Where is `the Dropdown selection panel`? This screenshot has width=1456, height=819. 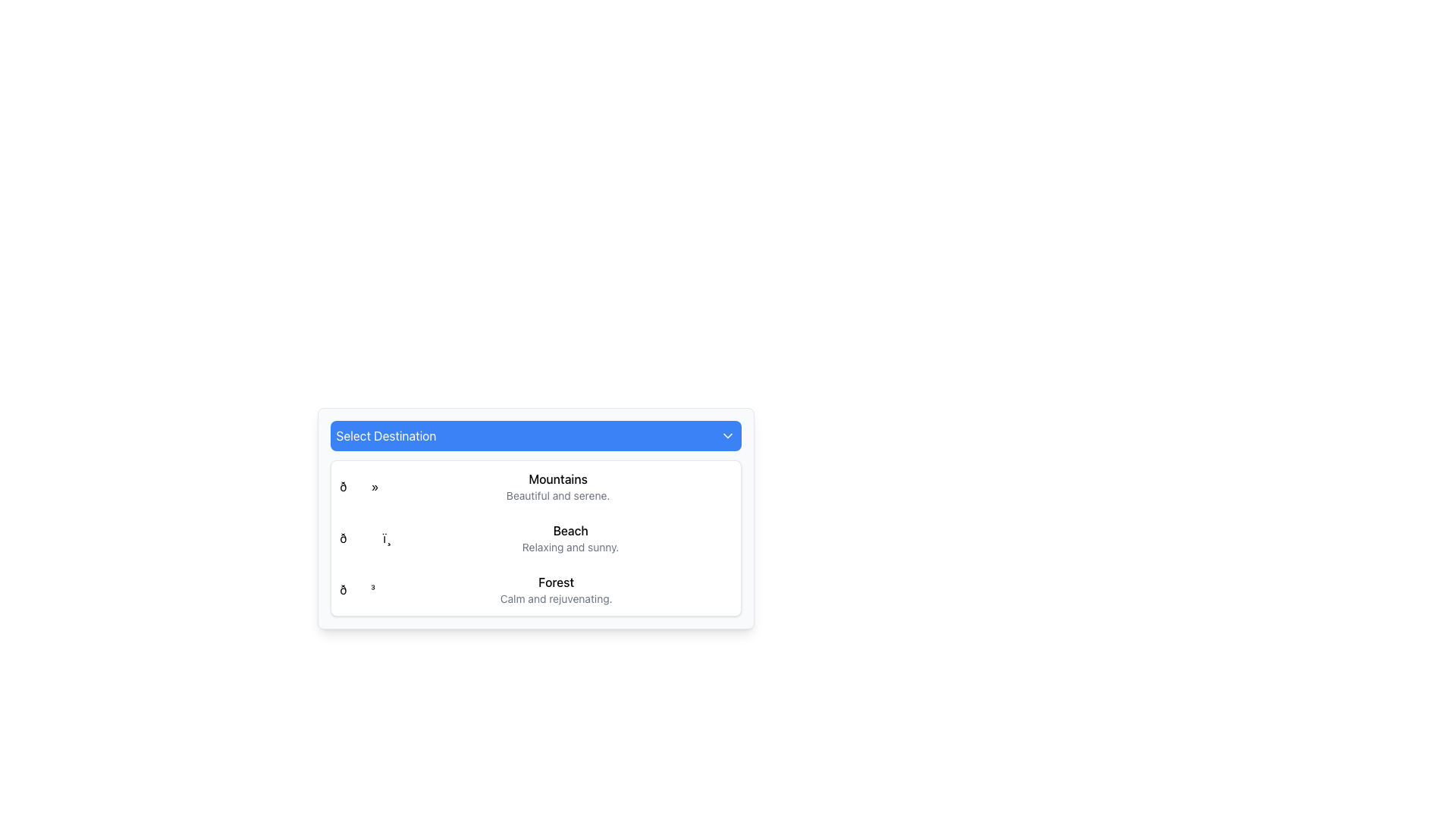
the Dropdown selection panel is located at coordinates (535, 517).